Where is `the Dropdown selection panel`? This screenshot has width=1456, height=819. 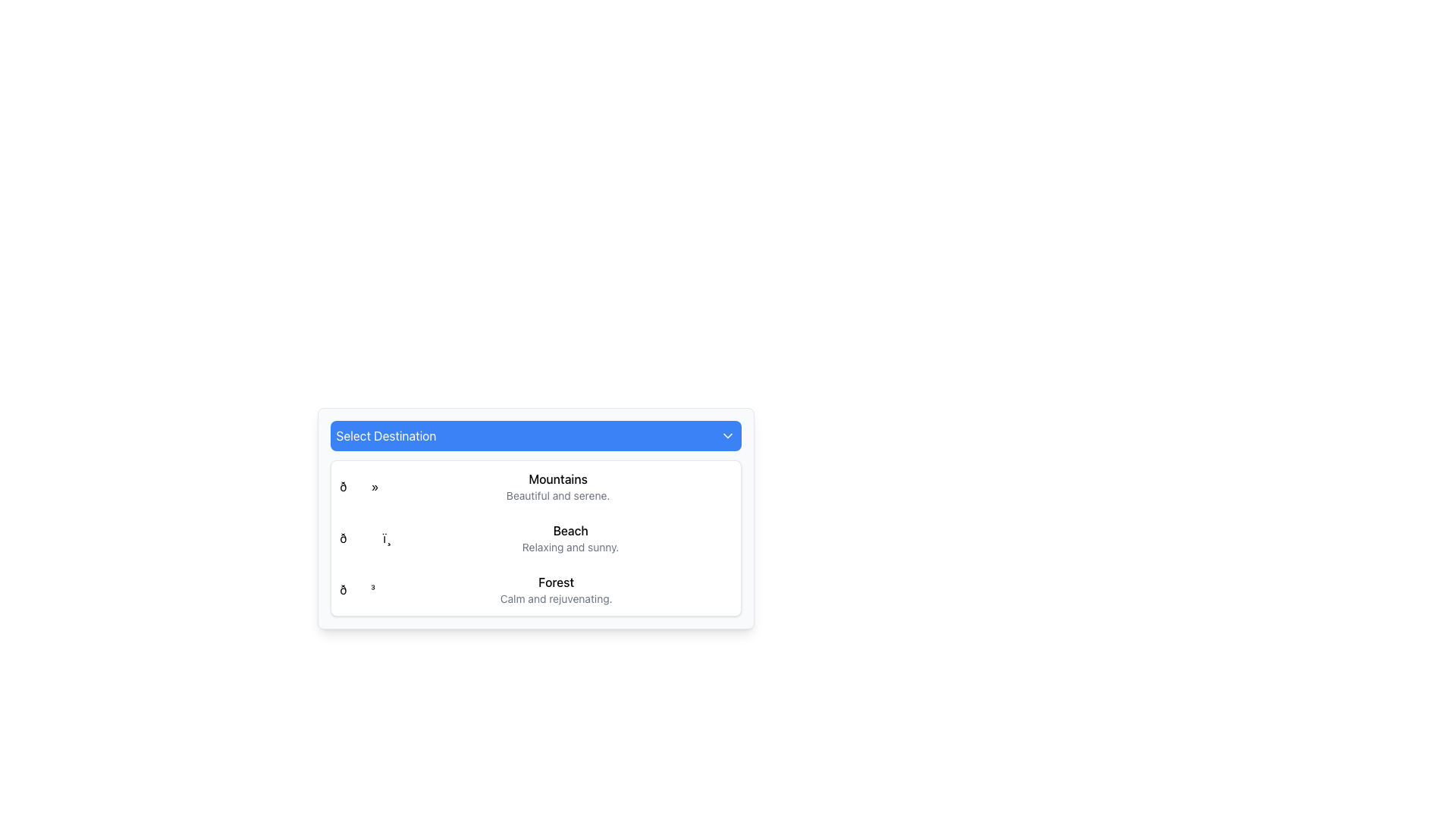
the Dropdown selection panel is located at coordinates (535, 517).